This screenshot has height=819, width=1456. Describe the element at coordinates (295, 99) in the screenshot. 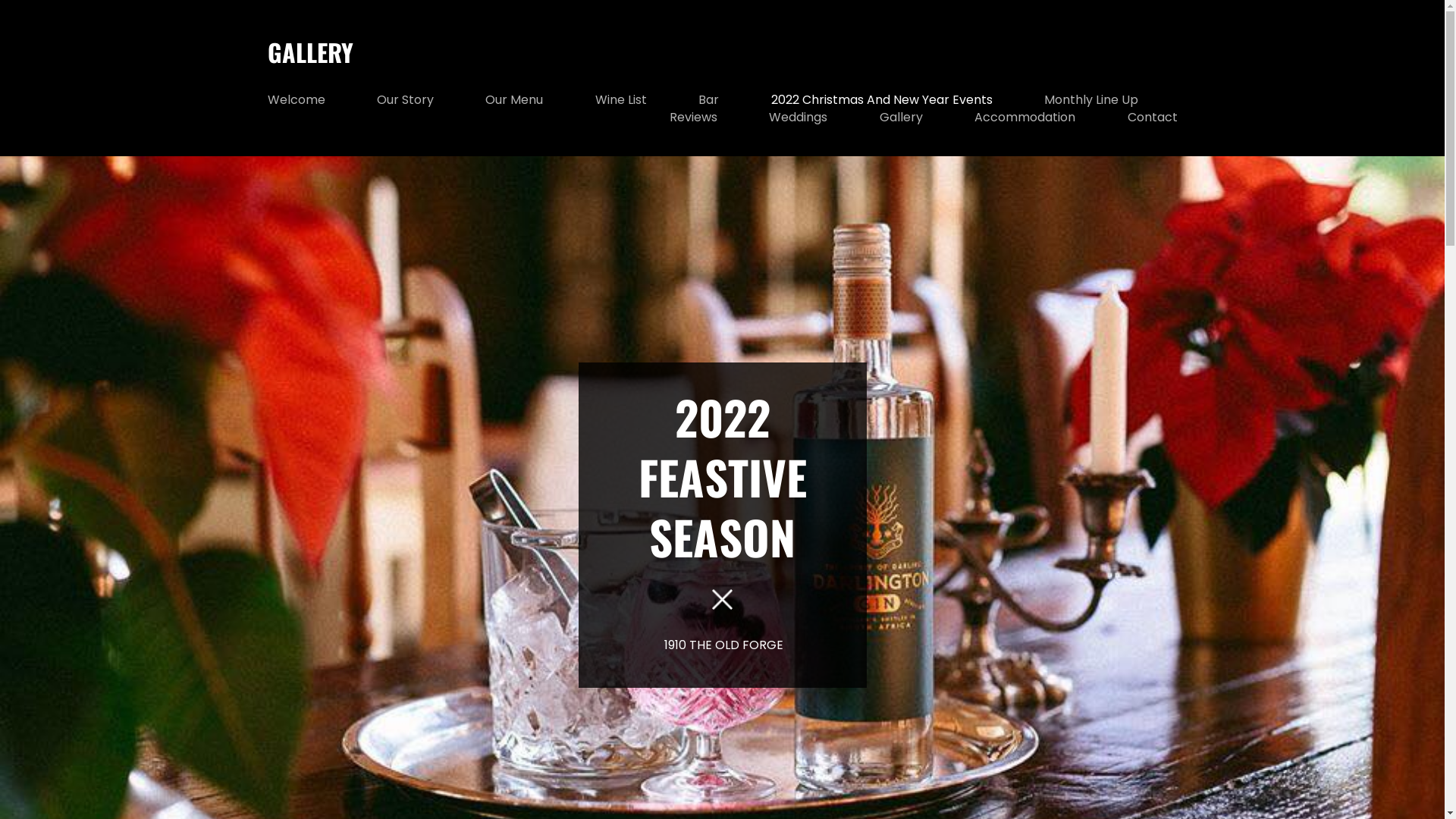

I see `'Welcome'` at that location.